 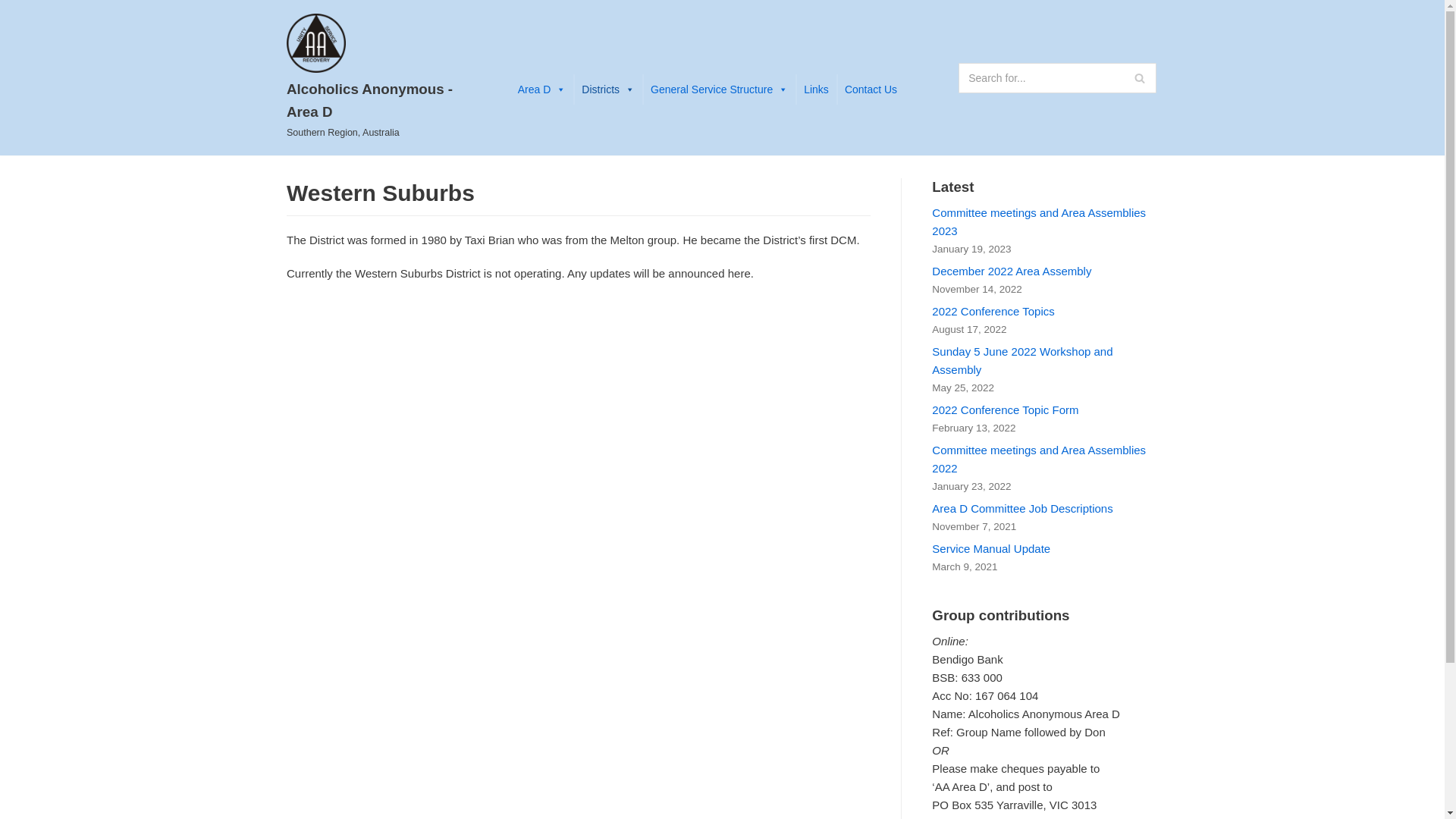 What do you see at coordinates (1022, 508) in the screenshot?
I see `'Area D Committee Job Descriptions'` at bounding box center [1022, 508].